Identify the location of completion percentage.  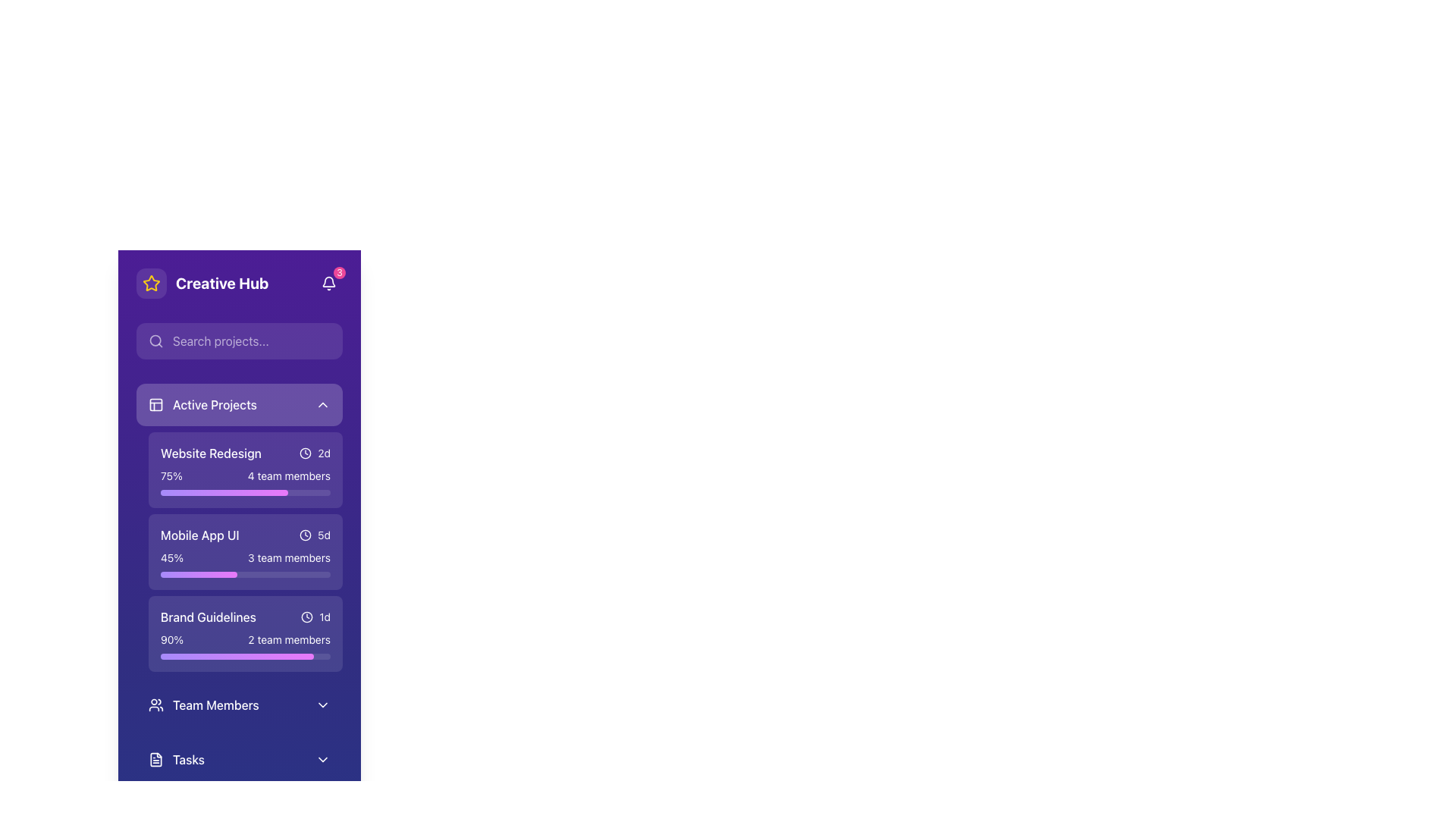
(256, 493).